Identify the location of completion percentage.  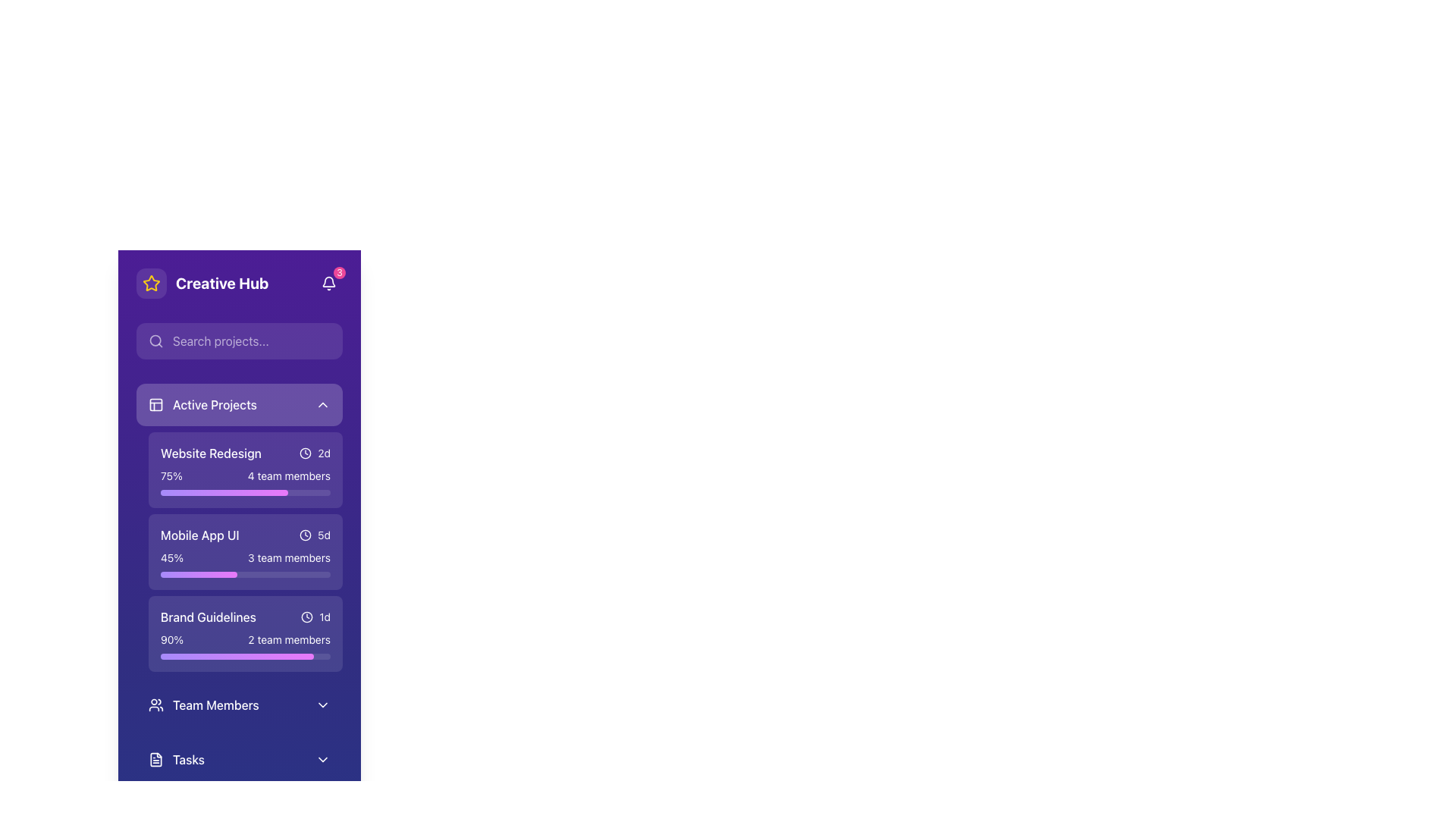
(256, 493).